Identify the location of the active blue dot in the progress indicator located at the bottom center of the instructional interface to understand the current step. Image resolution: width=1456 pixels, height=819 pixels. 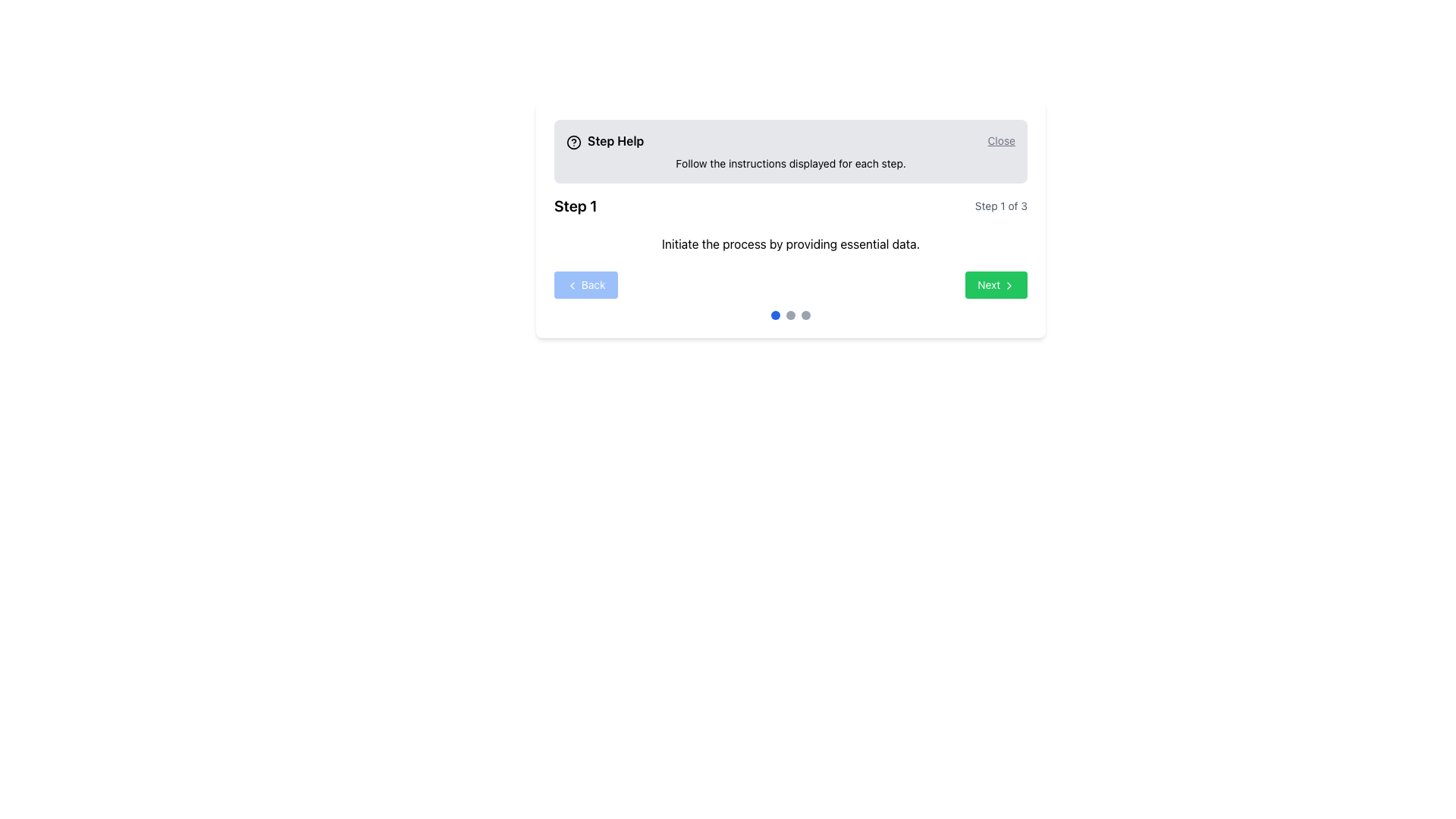
(789, 315).